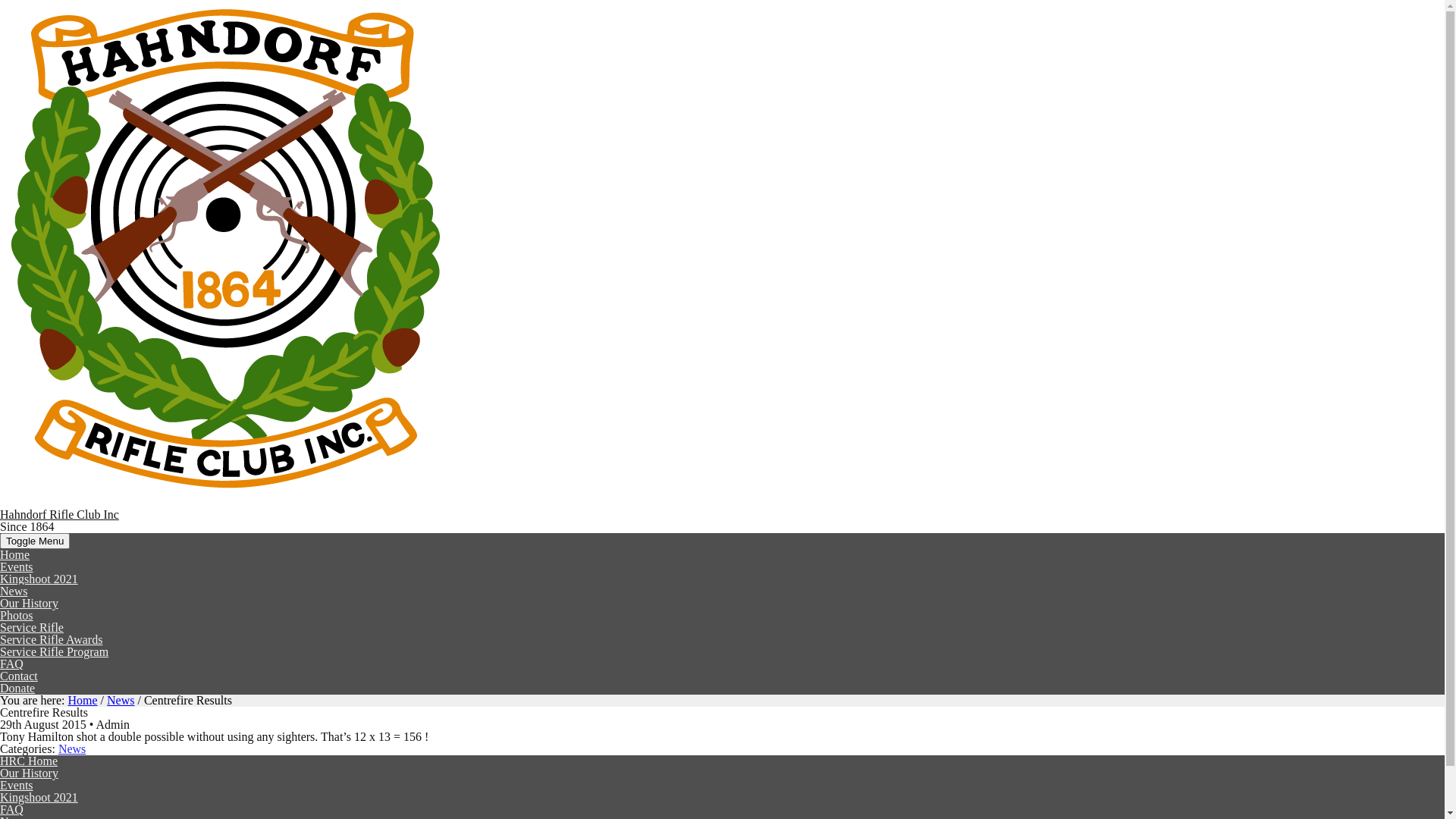 Image resolution: width=1456 pixels, height=819 pixels. Describe the element at coordinates (29, 773) in the screenshot. I see `'Our History'` at that location.